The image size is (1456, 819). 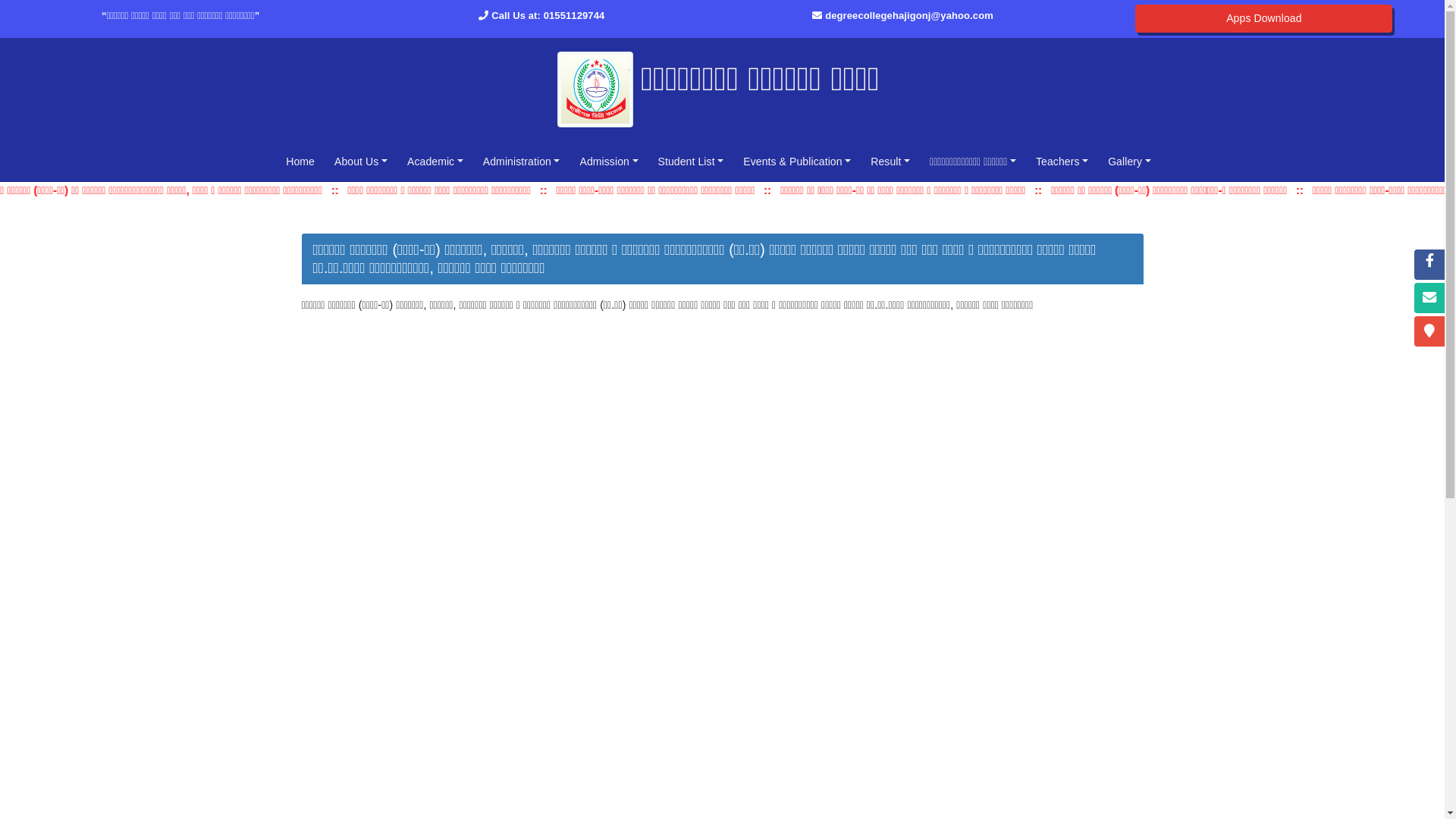 I want to click on 'Apps Download', so click(x=1263, y=18).